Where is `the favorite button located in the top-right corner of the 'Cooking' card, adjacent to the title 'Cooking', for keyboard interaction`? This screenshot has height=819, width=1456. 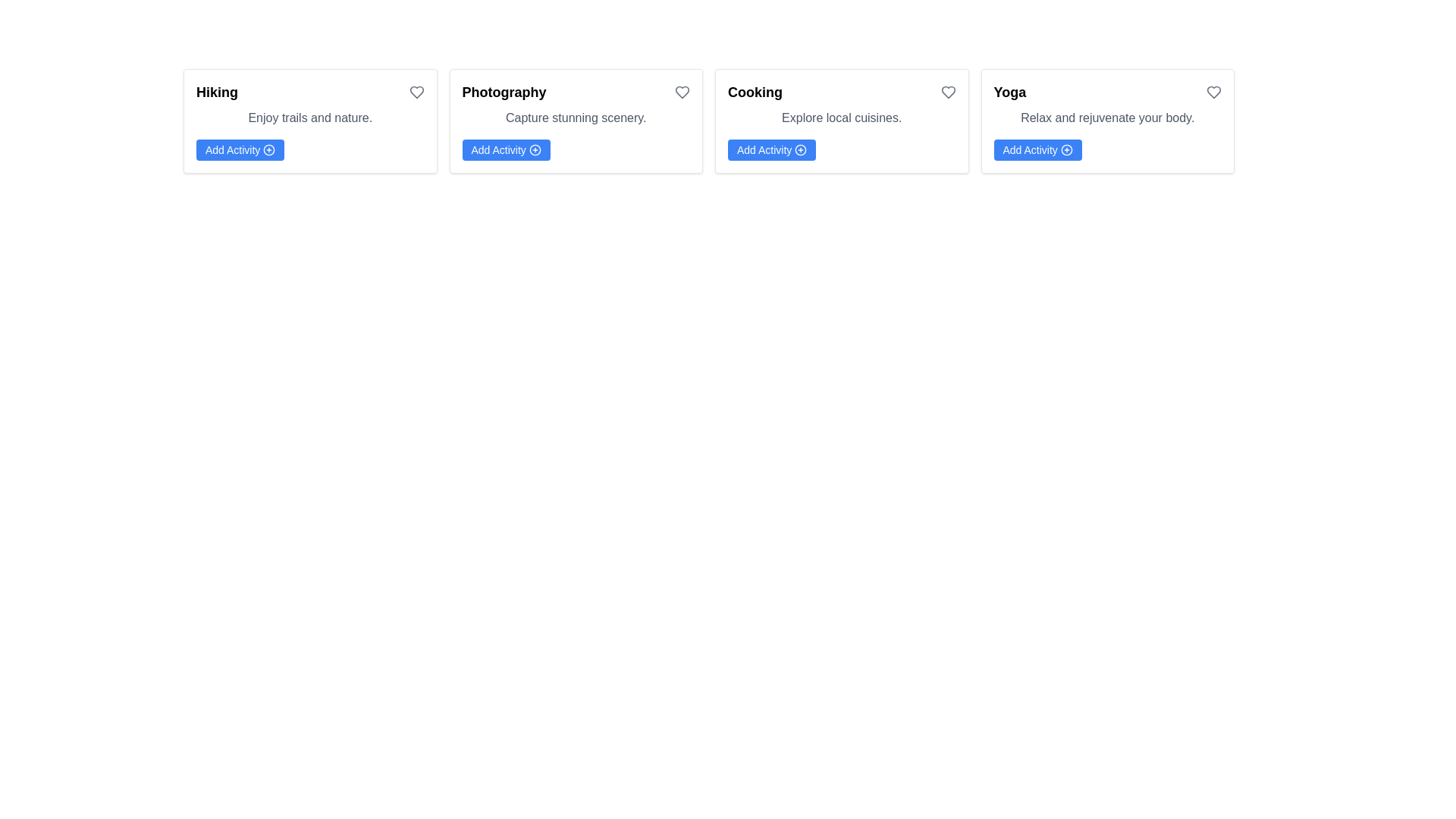 the favorite button located in the top-right corner of the 'Cooking' card, adjacent to the title 'Cooking', for keyboard interaction is located at coordinates (947, 93).